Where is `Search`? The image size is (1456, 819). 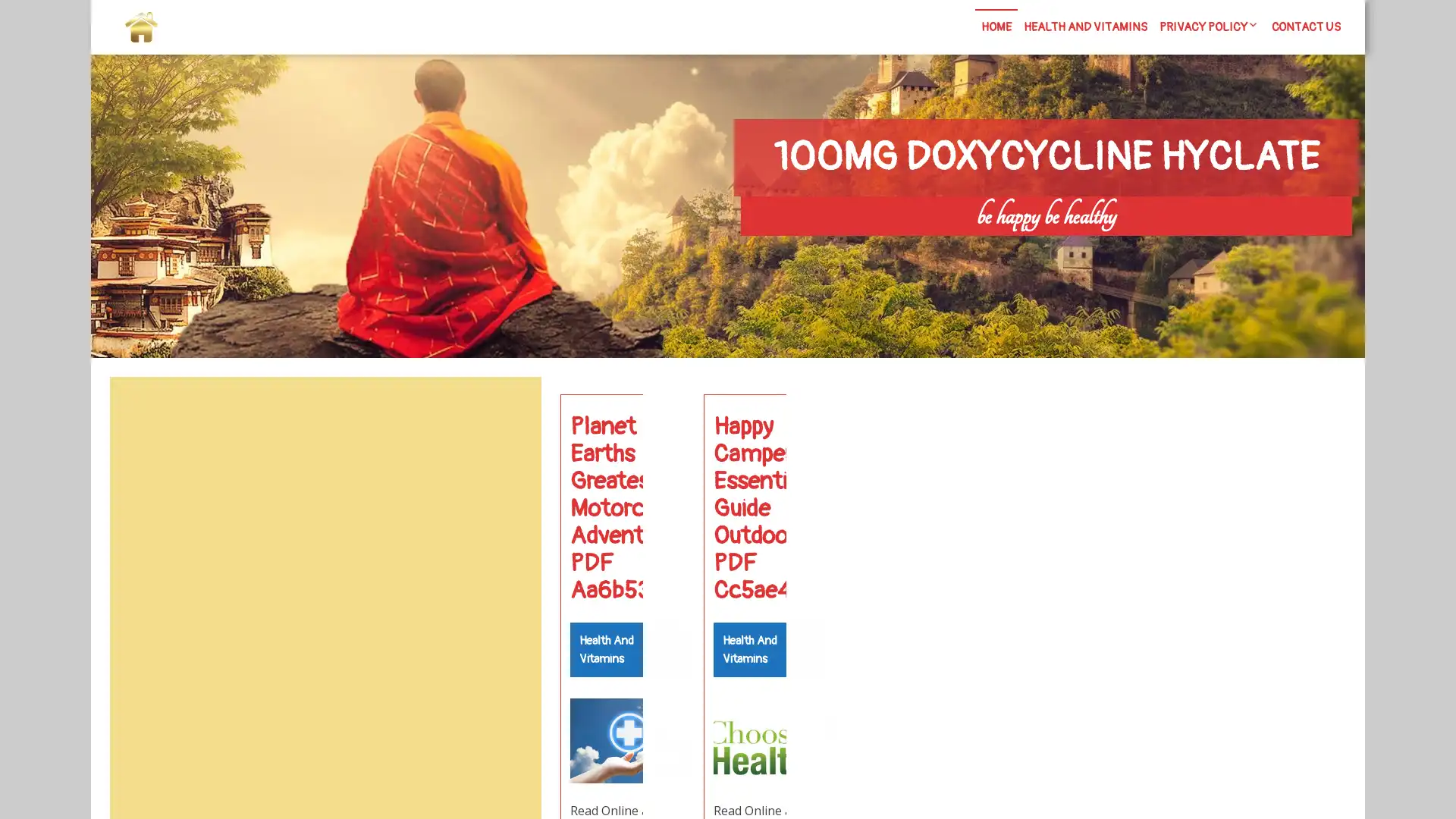 Search is located at coordinates (1181, 248).